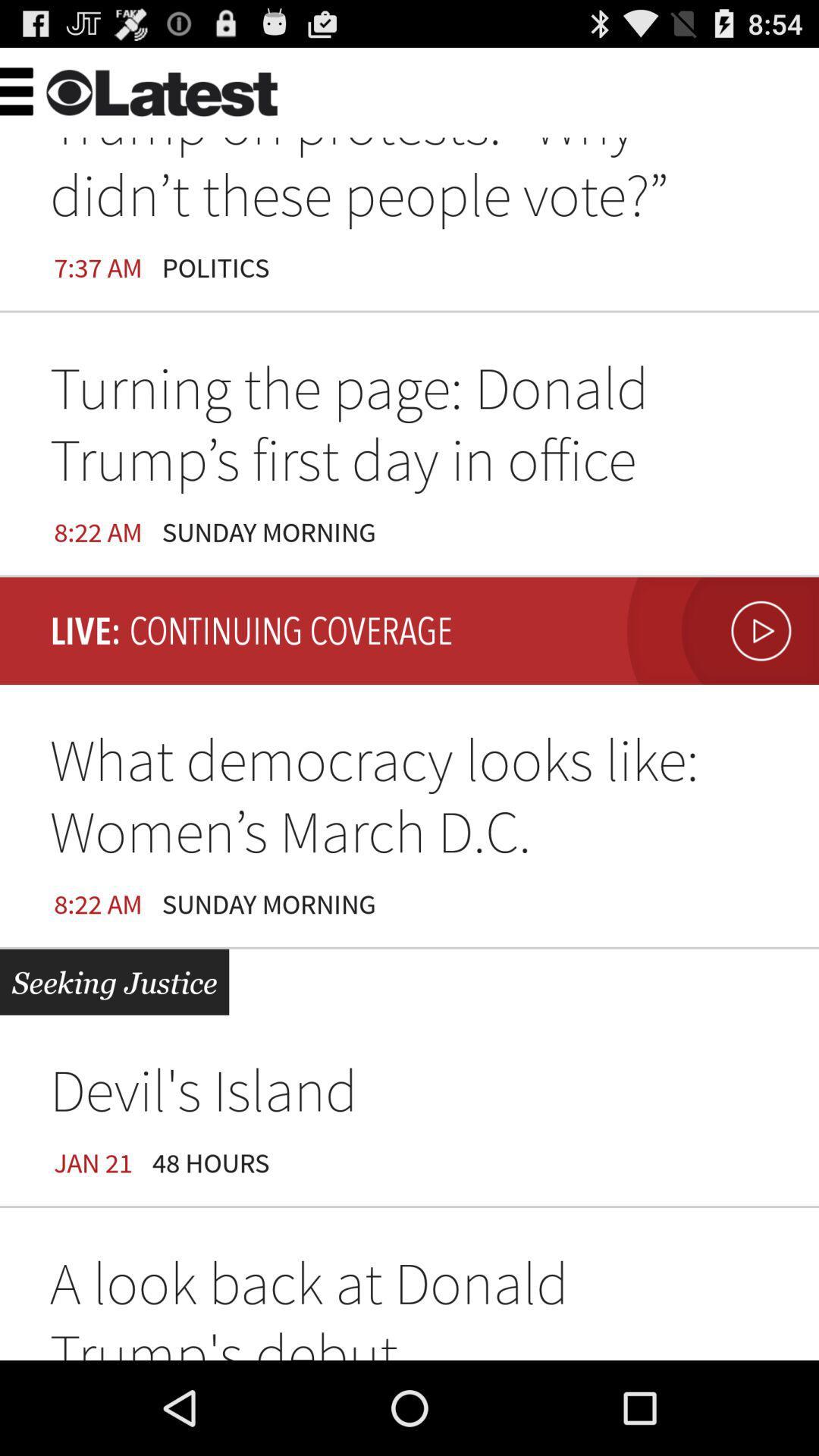 This screenshot has height=1456, width=819. I want to click on open options, so click(49, 89).